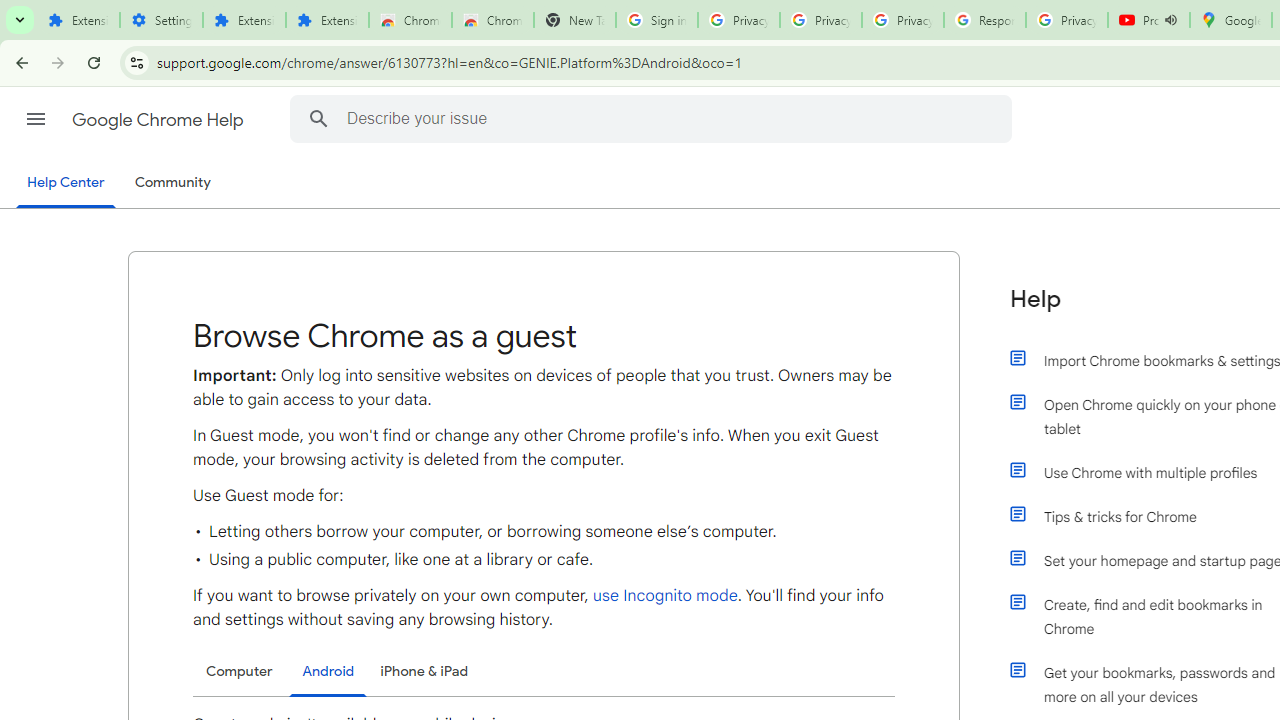 The width and height of the screenshot is (1280, 720). What do you see at coordinates (317, 118) in the screenshot?
I see `'Search Help Center'` at bounding box center [317, 118].